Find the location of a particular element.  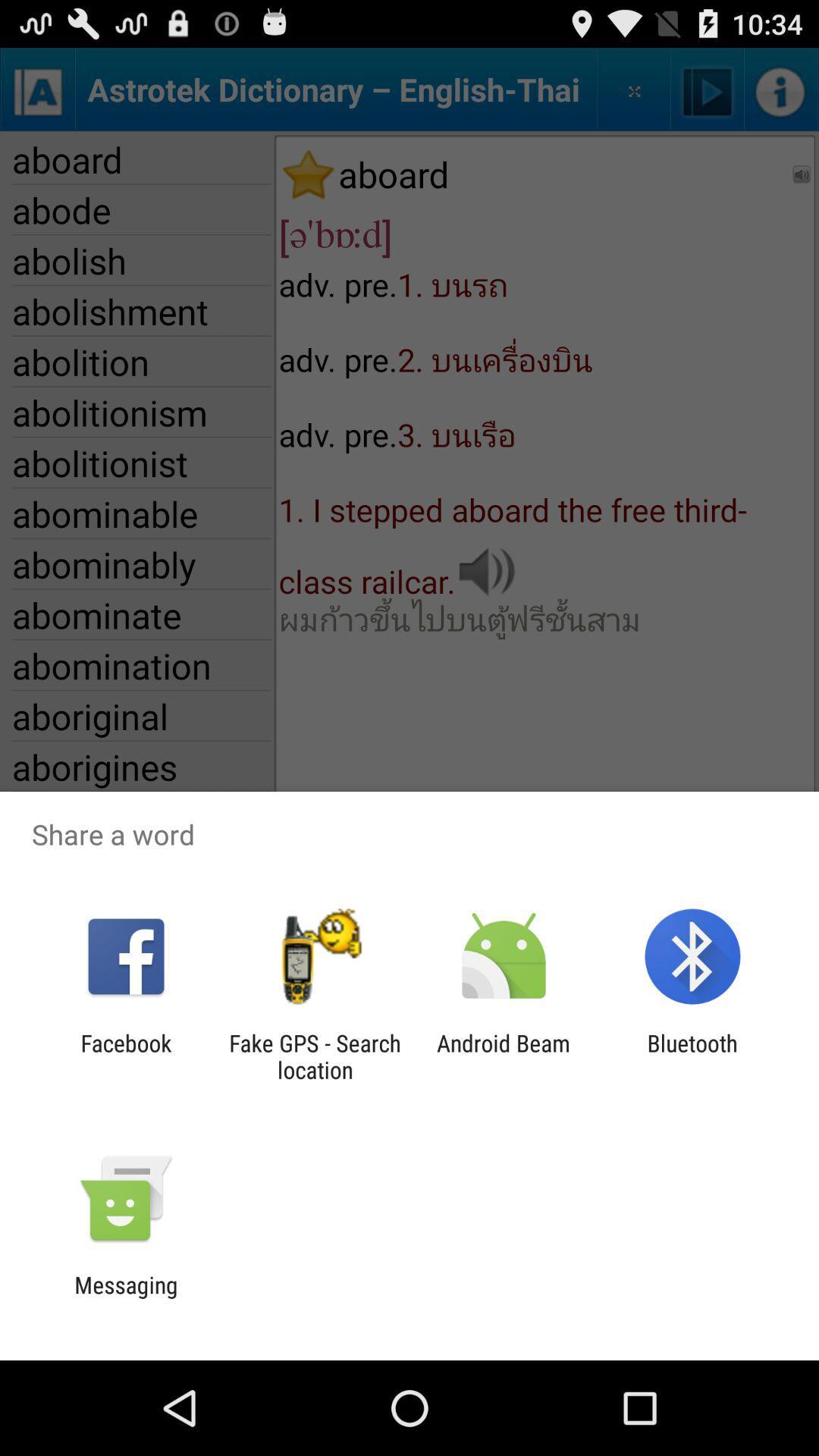

the facebook app is located at coordinates (125, 1056).